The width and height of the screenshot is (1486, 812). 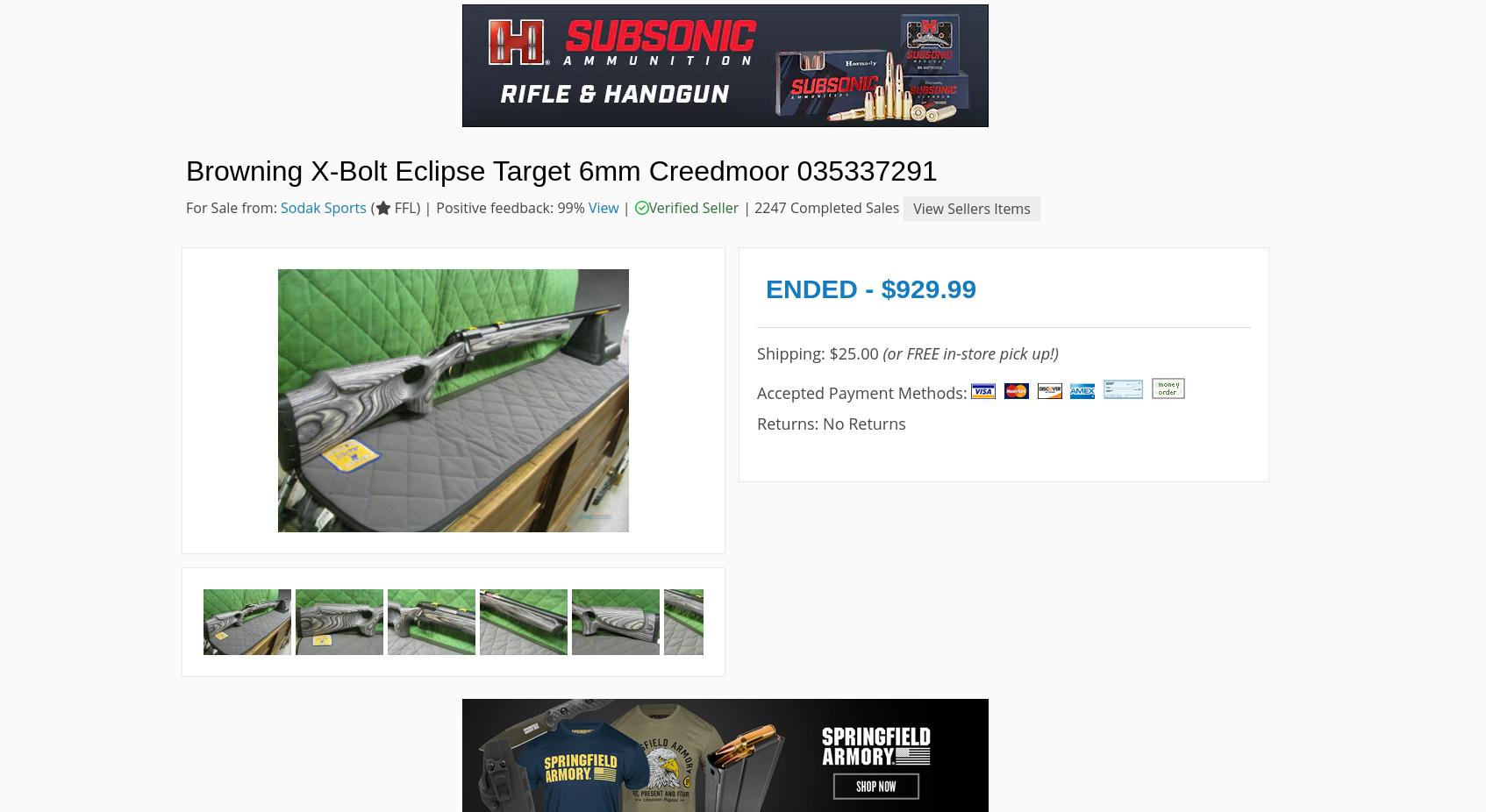 What do you see at coordinates (789, 421) in the screenshot?
I see `'Returns:'` at bounding box center [789, 421].